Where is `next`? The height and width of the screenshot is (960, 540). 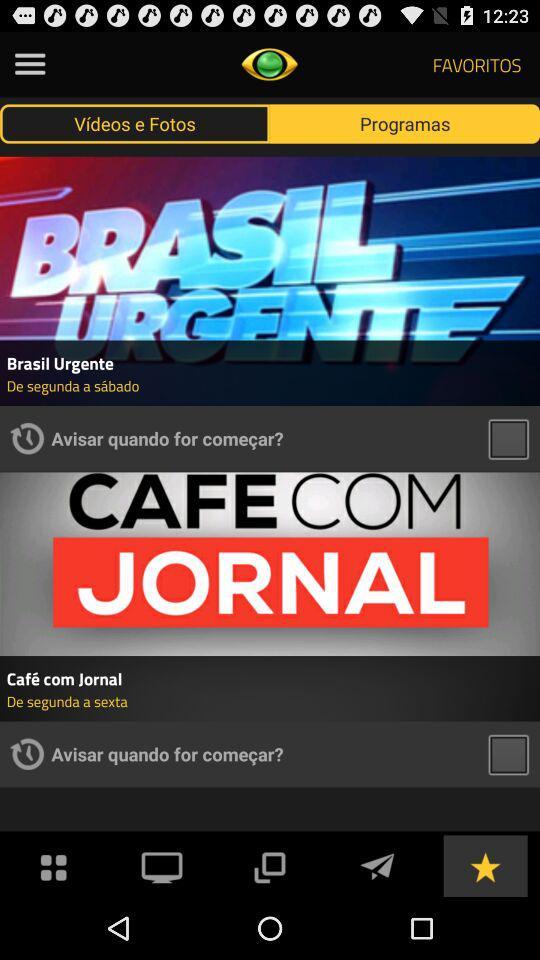
next is located at coordinates (377, 864).